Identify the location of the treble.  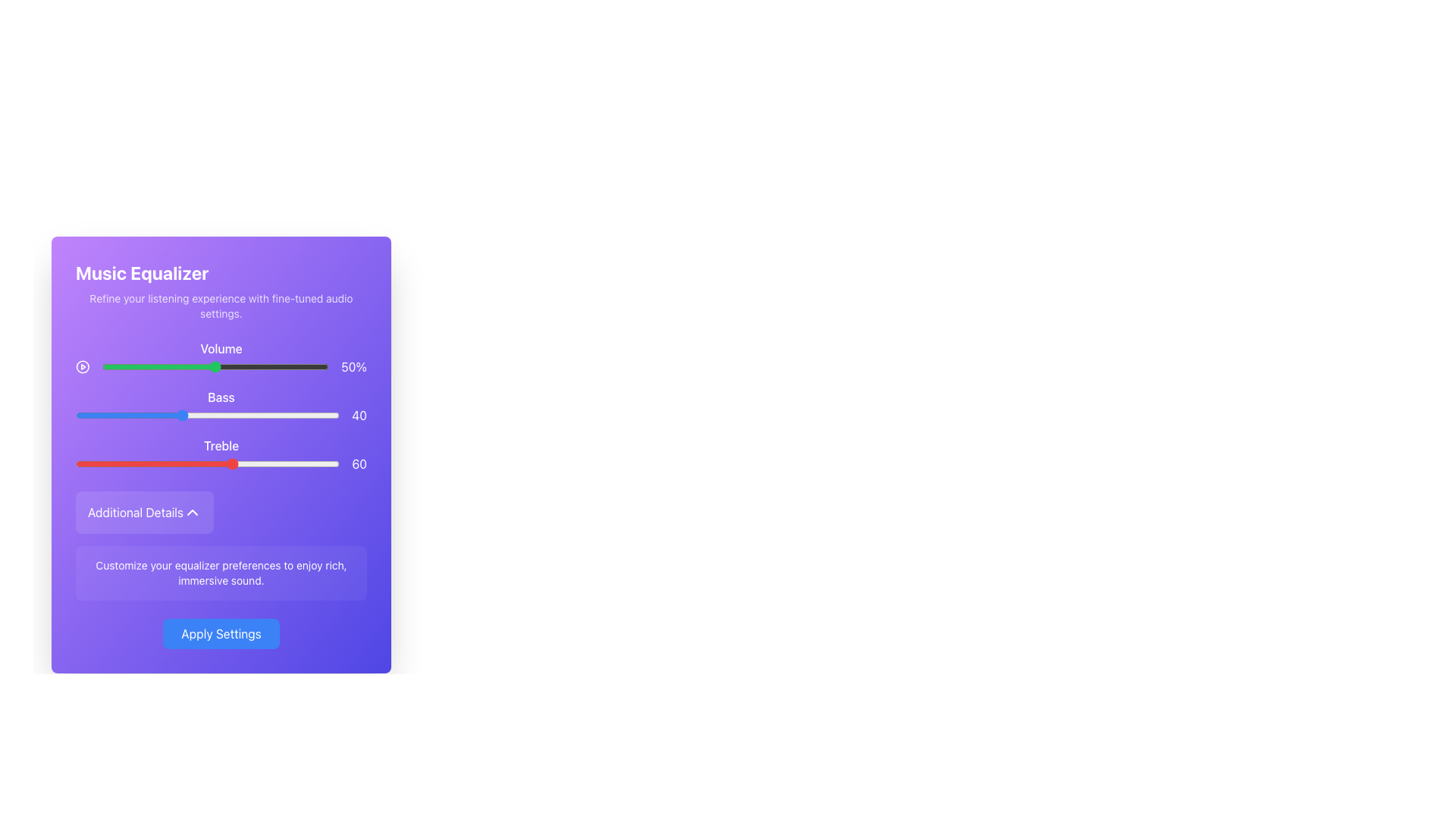
(276, 463).